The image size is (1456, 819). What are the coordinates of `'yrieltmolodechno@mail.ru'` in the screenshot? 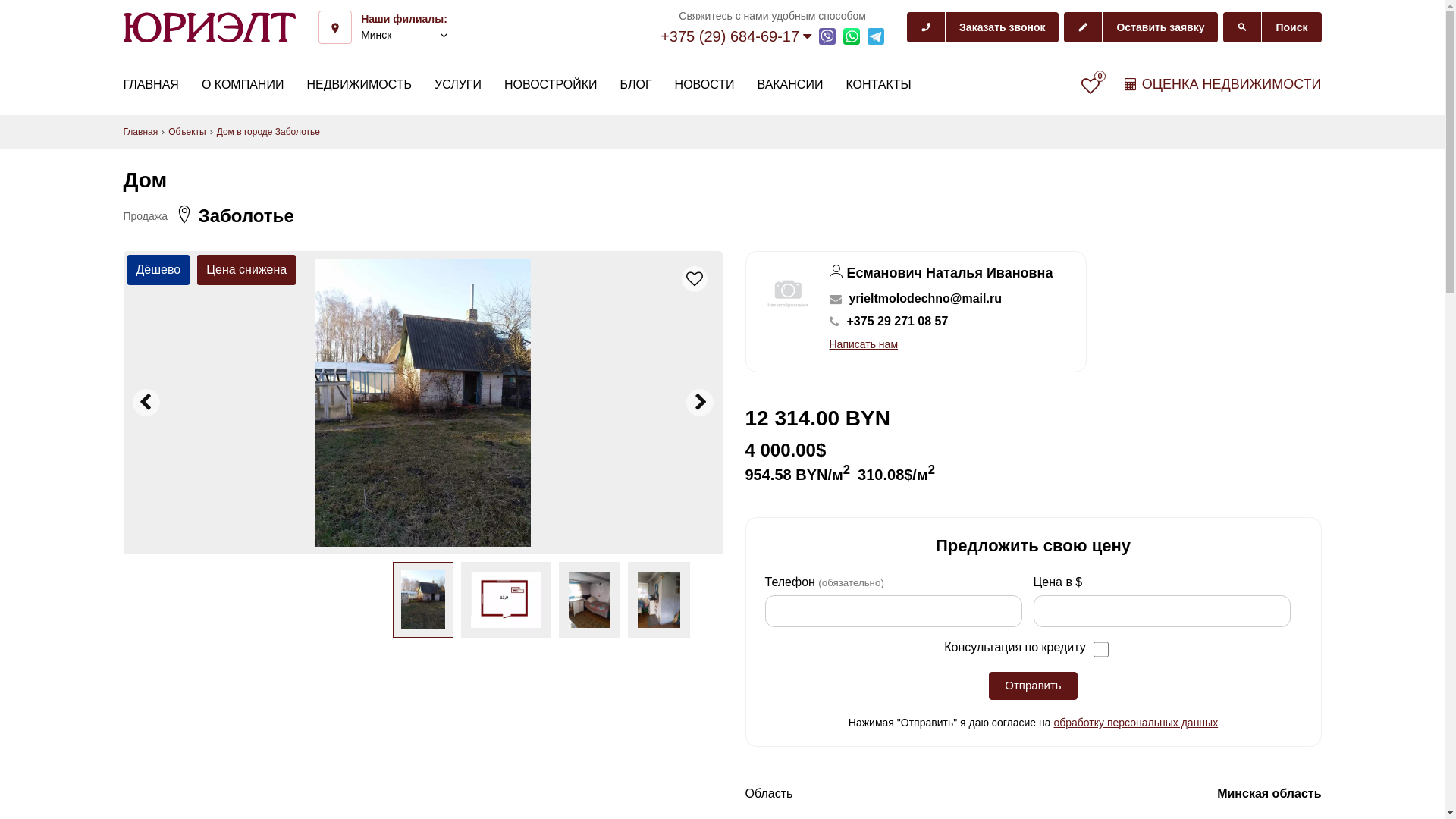 It's located at (924, 298).